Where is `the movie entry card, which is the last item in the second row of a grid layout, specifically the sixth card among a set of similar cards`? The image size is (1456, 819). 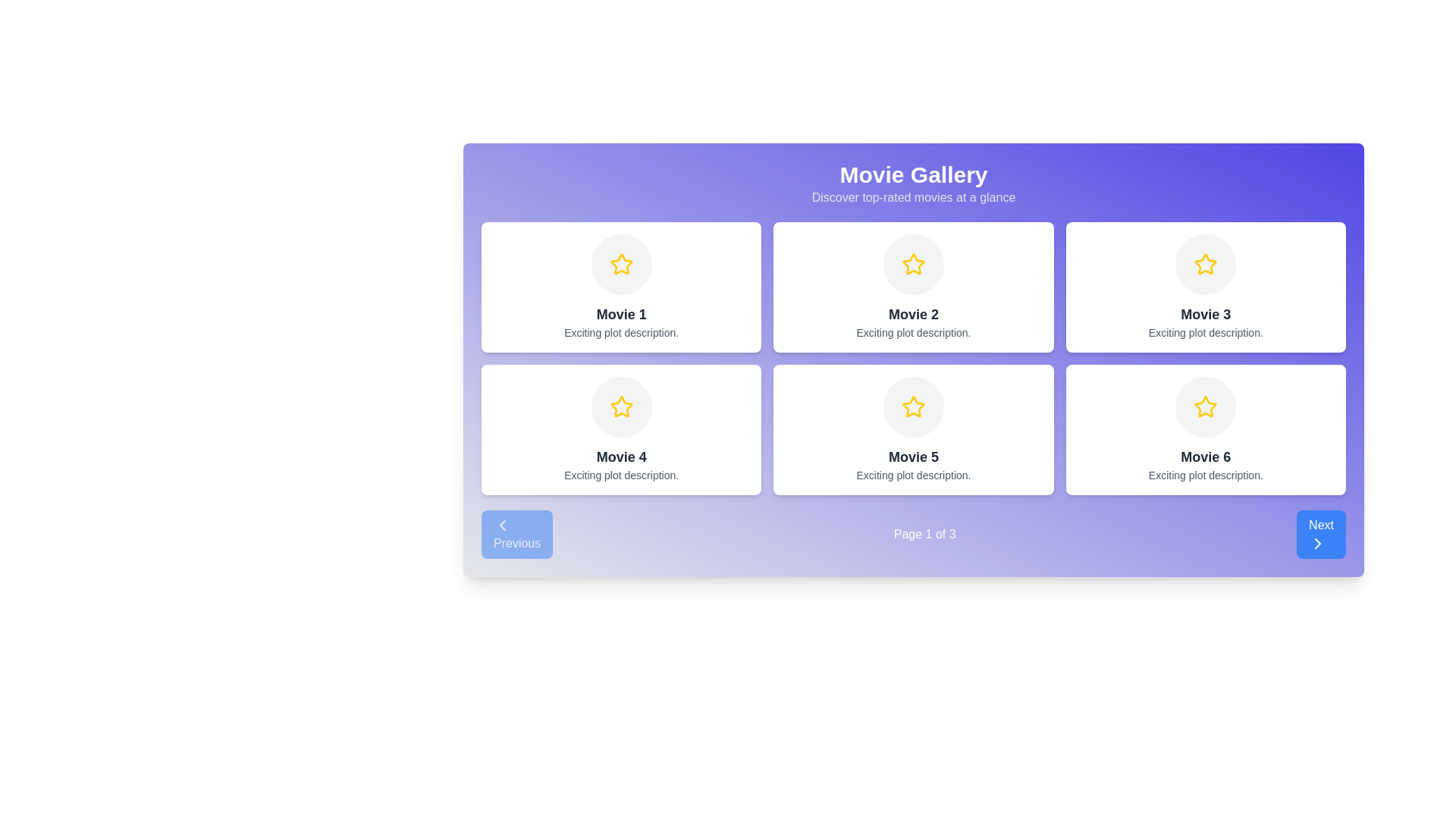 the movie entry card, which is the last item in the second row of a grid layout, specifically the sixth card among a set of similar cards is located at coordinates (1205, 430).